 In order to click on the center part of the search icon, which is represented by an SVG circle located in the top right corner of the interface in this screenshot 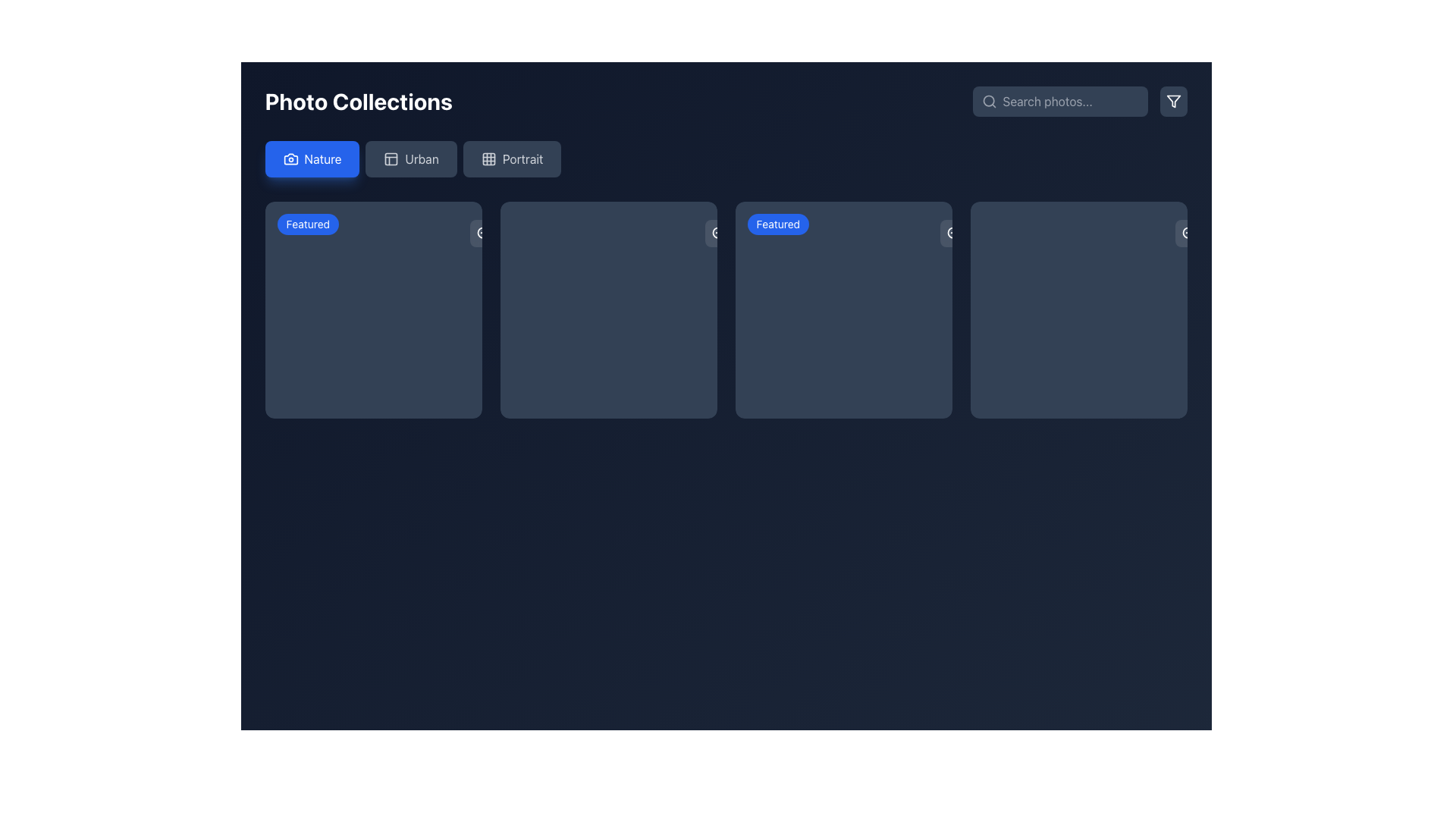, I will do `click(988, 101)`.